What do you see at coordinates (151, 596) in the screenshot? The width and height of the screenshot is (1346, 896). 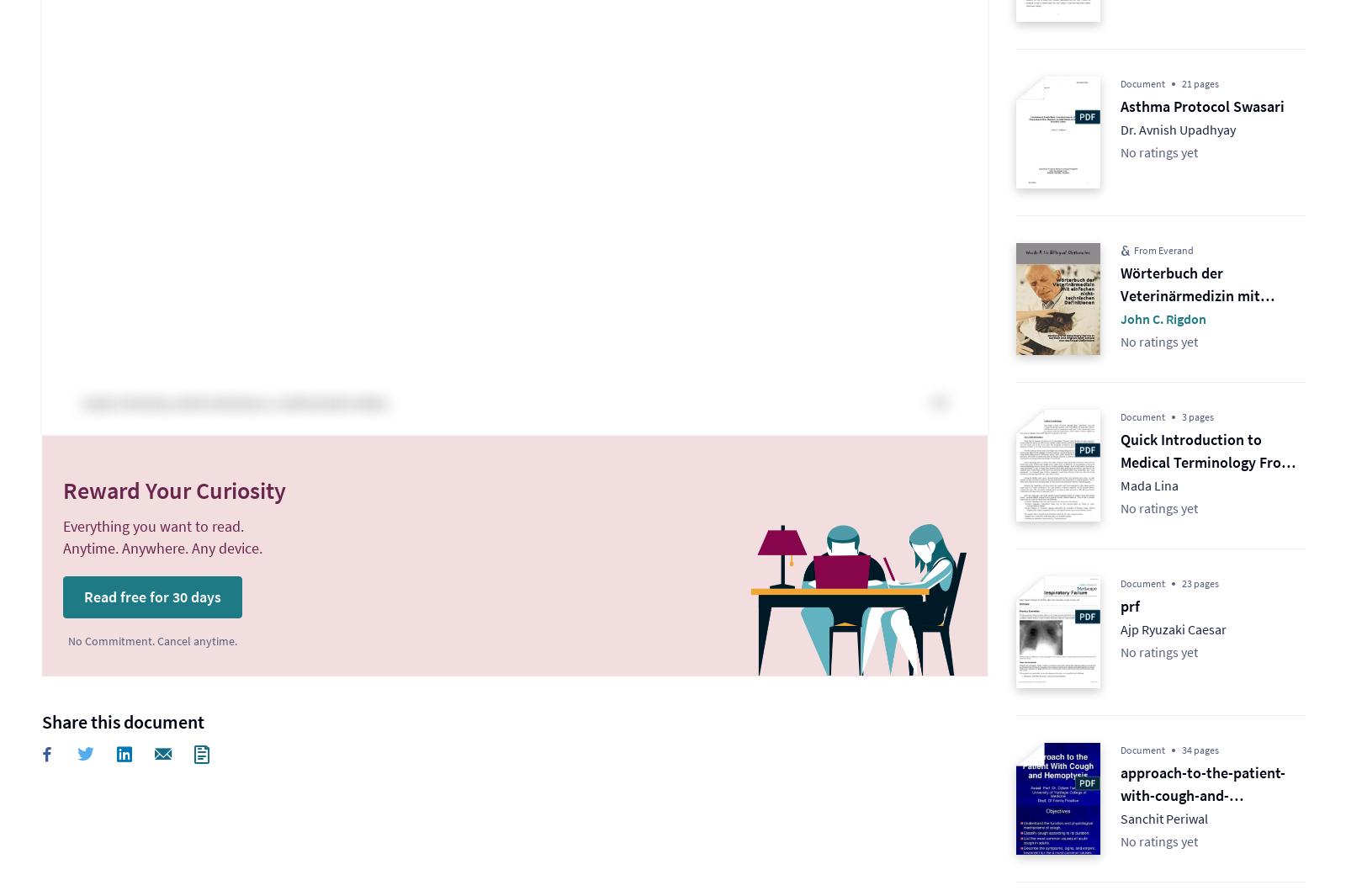 I see `'Read free for 30 days'` at bounding box center [151, 596].